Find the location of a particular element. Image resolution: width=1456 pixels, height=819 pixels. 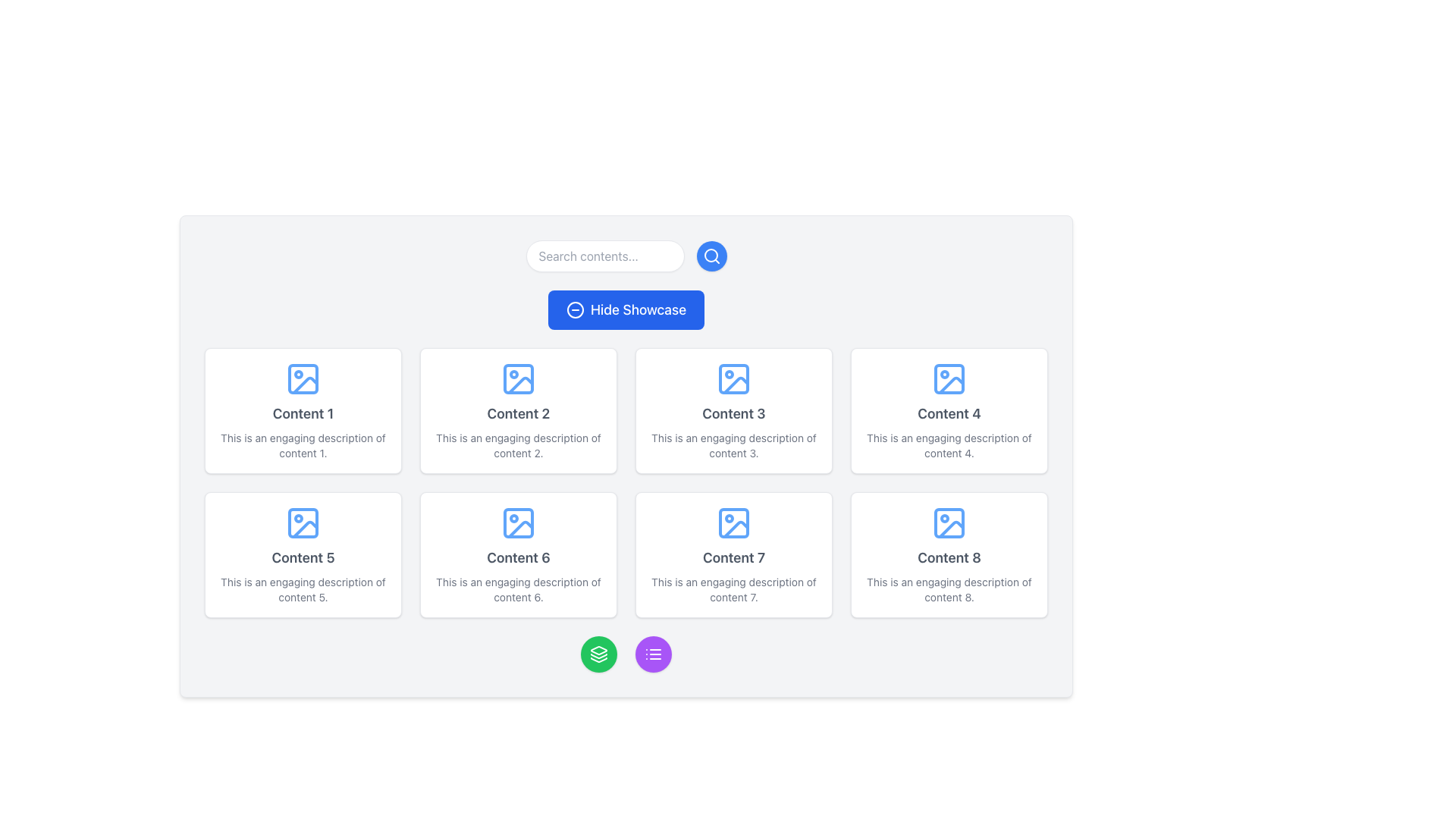

the text label displaying 'Content 3' which is located in the second row and second column of the card display grid, beneath a blue icon and above descriptive text is located at coordinates (734, 414).